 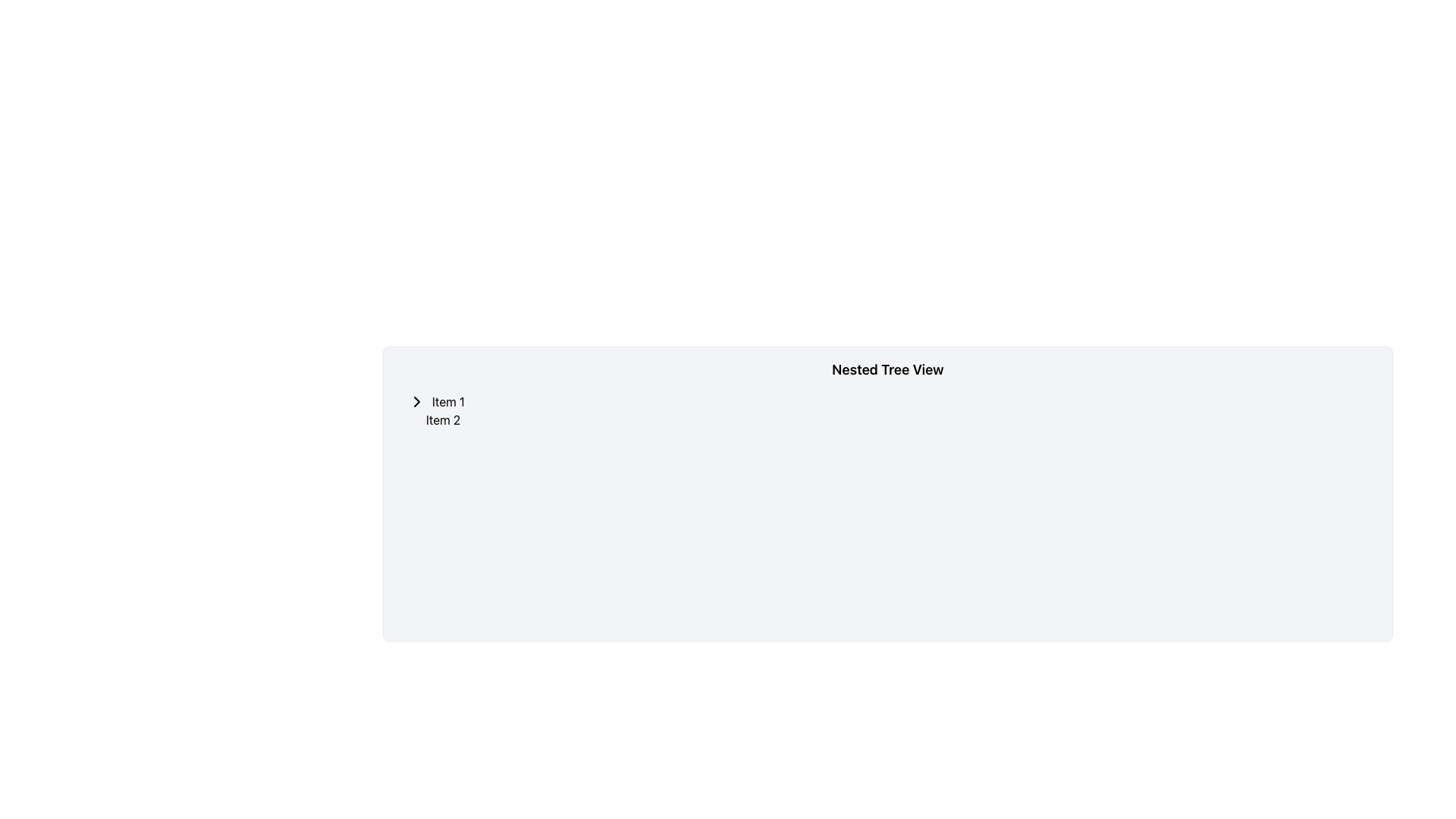 I want to click on the right-pointing chevron icon indicating navigation or expansion, located to the left of the text label 'Item 1' in the top-left corner of the main content area, so click(x=417, y=400).